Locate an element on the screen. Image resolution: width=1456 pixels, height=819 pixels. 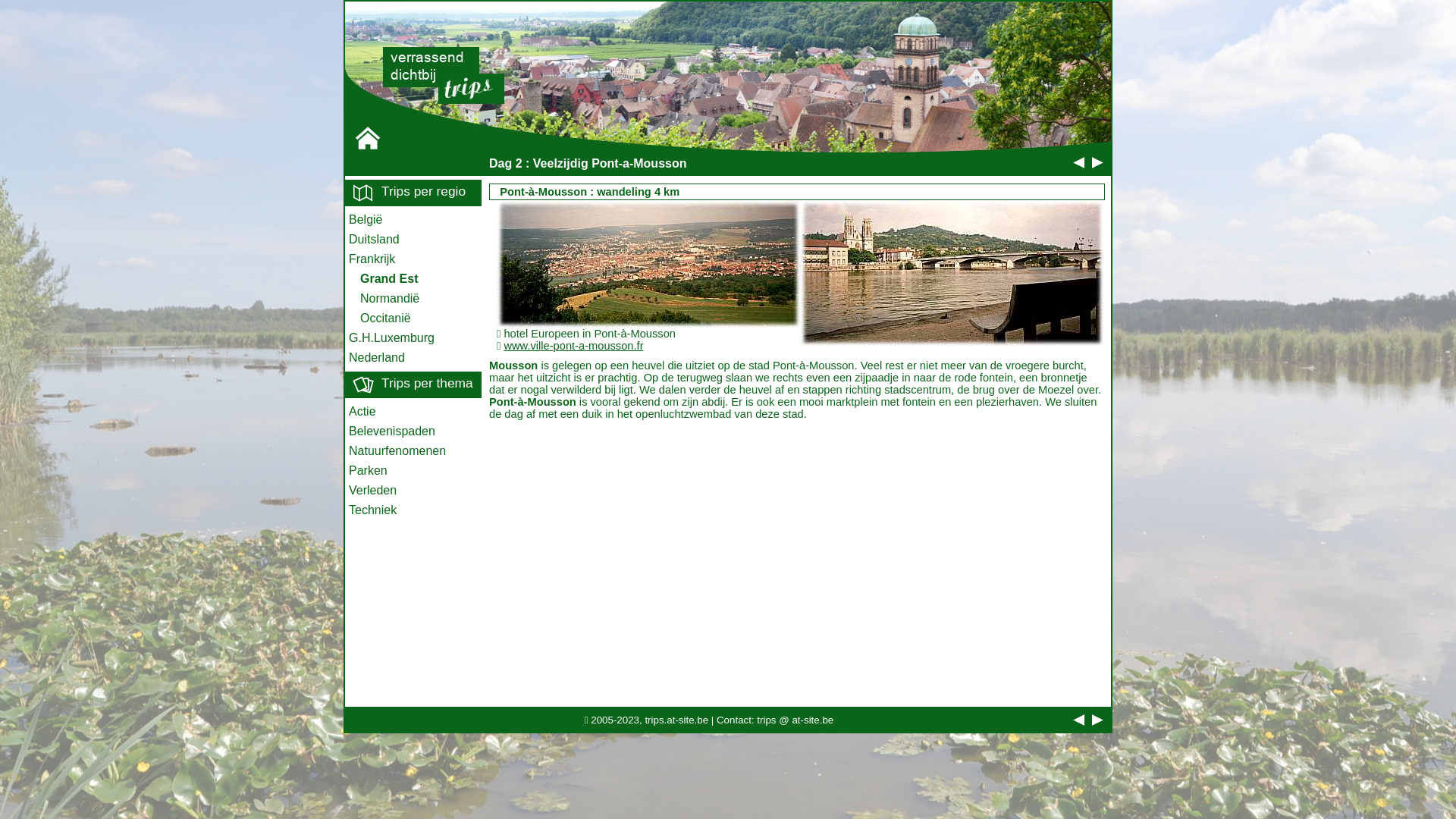
'vorige dag' is located at coordinates (1072, 162).